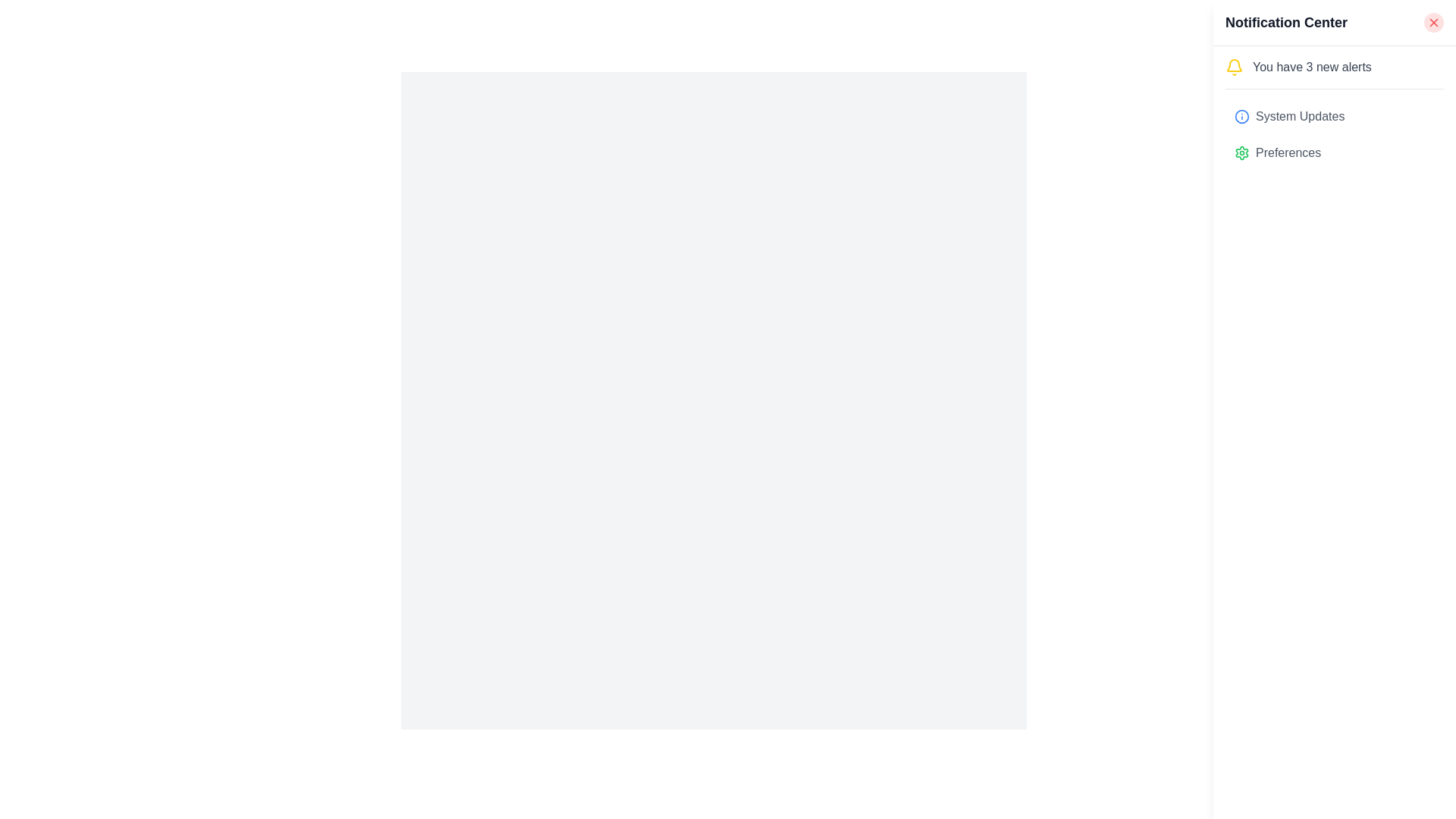 Image resolution: width=1456 pixels, height=819 pixels. What do you see at coordinates (1241, 152) in the screenshot?
I see `the green gear-shaped icon located near the bottom-right corner of the Notification Center panel` at bounding box center [1241, 152].